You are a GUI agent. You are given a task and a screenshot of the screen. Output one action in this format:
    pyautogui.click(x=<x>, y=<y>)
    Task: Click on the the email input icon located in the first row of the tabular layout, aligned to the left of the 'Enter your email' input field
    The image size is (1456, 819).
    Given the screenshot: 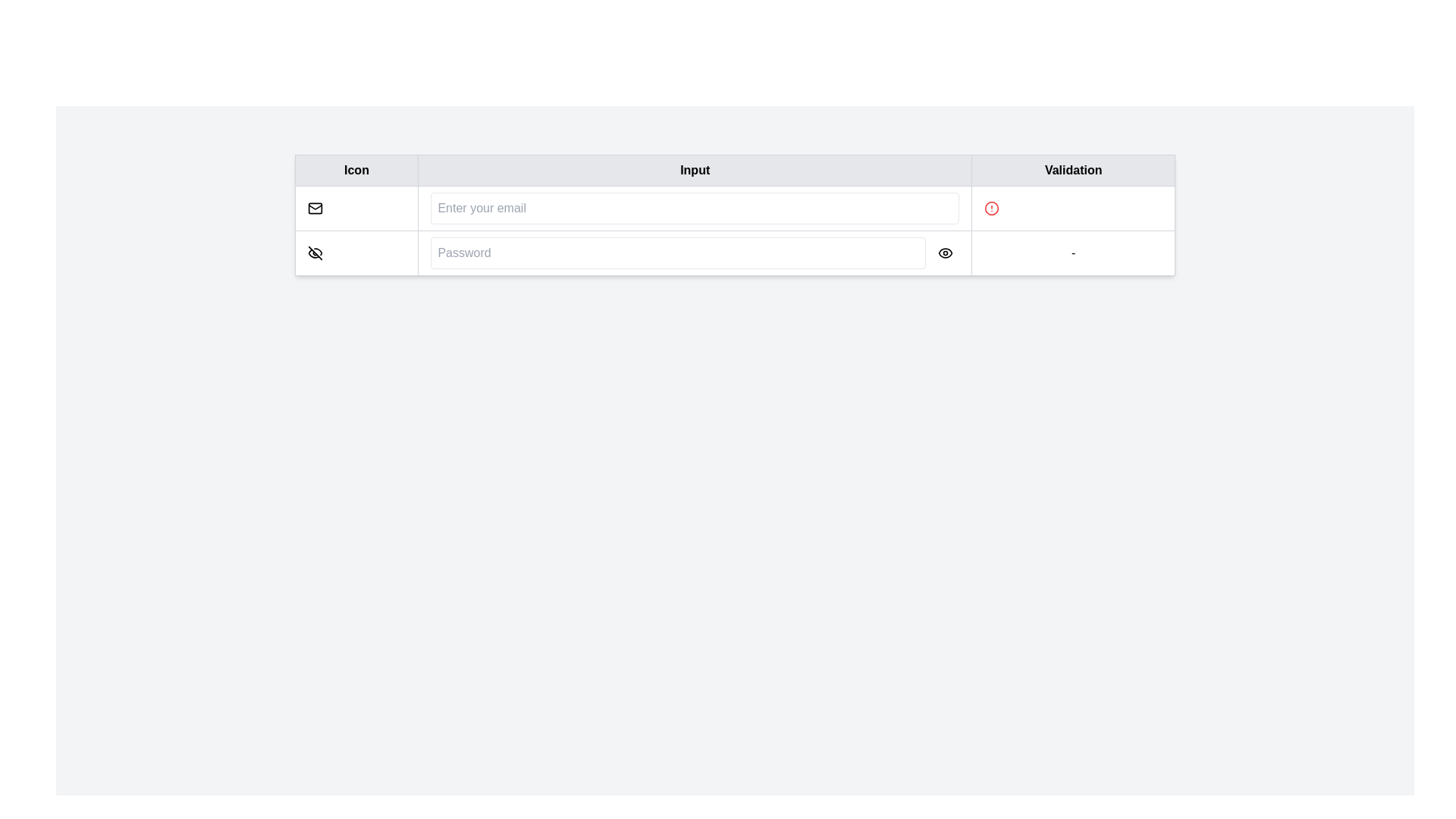 What is the action you would take?
    pyautogui.click(x=314, y=208)
    